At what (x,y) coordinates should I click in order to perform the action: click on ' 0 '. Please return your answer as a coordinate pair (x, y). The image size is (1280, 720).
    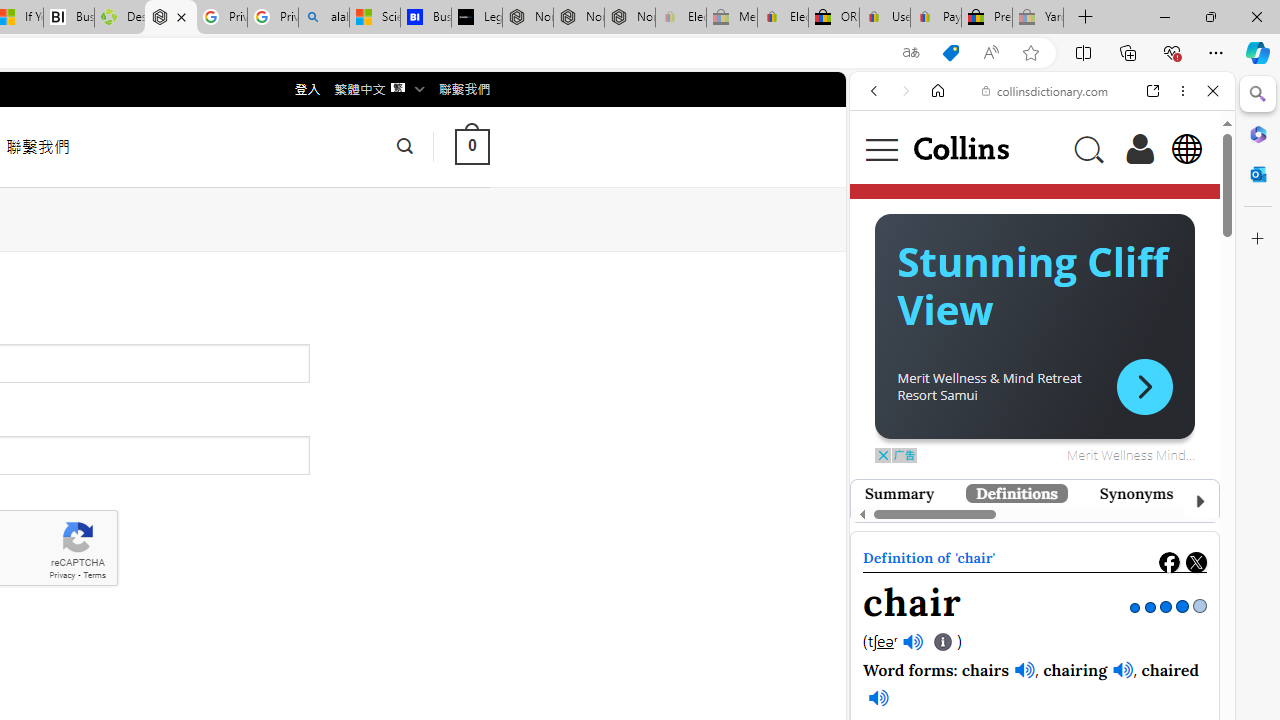
    Looking at the image, I should click on (471, 145).